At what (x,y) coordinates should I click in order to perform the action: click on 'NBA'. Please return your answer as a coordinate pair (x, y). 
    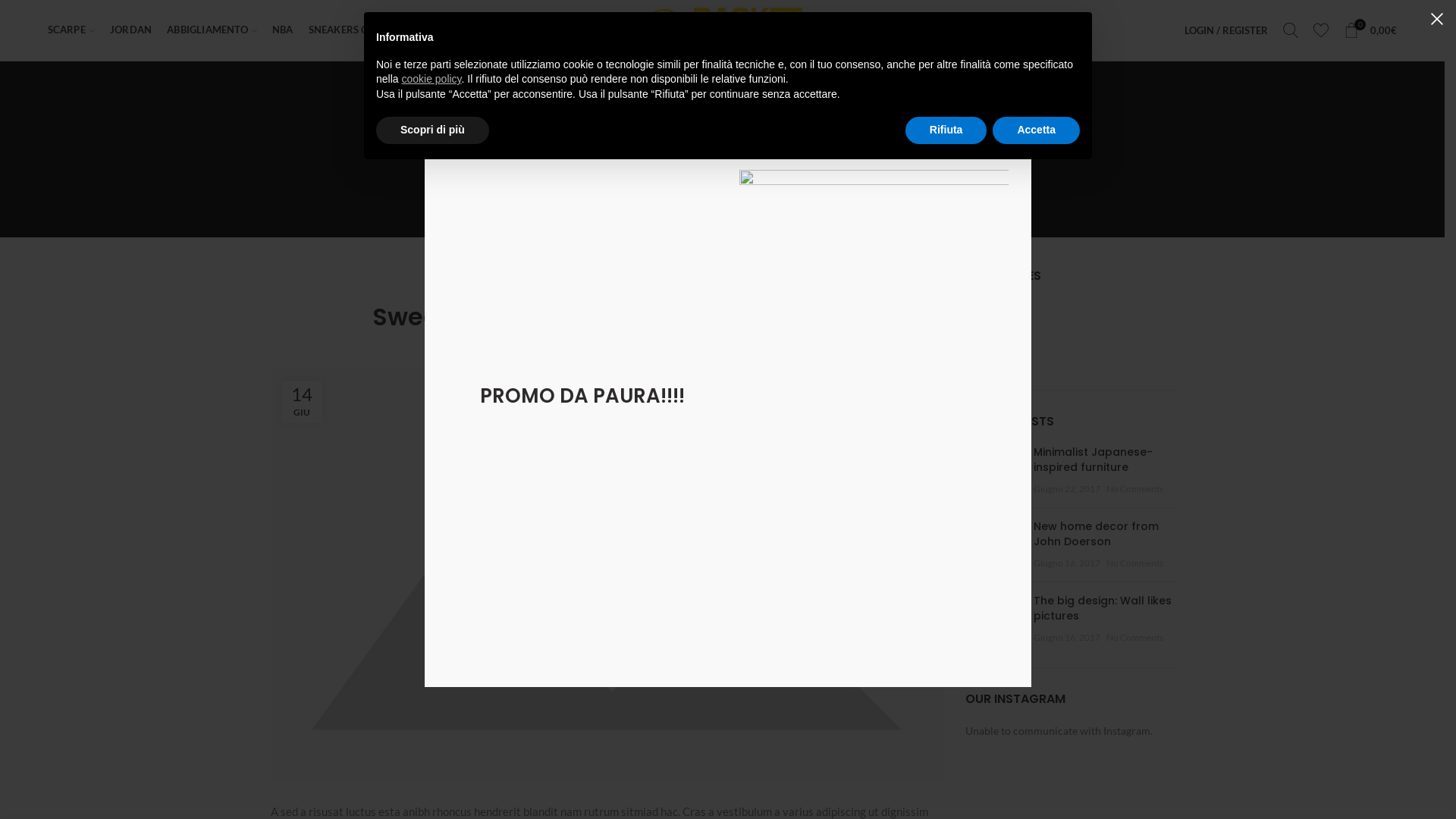
    Looking at the image, I should click on (283, 30).